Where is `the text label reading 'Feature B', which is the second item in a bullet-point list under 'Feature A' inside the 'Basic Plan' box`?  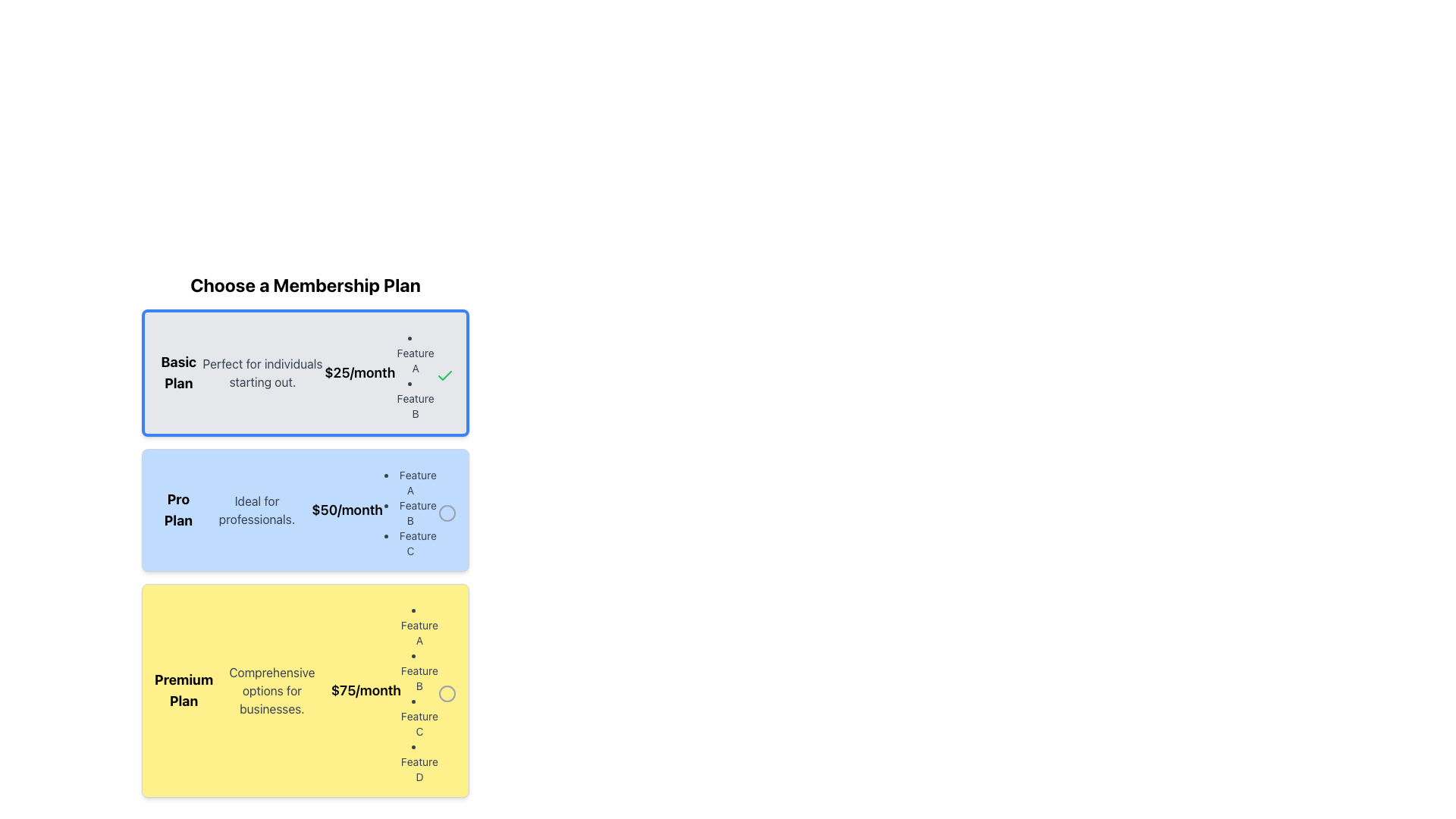 the text label reading 'Feature B', which is the second item in a bullet-point list under 'Feature A' inside the 'Basic Plan' box is located at coordinates (416, 397).